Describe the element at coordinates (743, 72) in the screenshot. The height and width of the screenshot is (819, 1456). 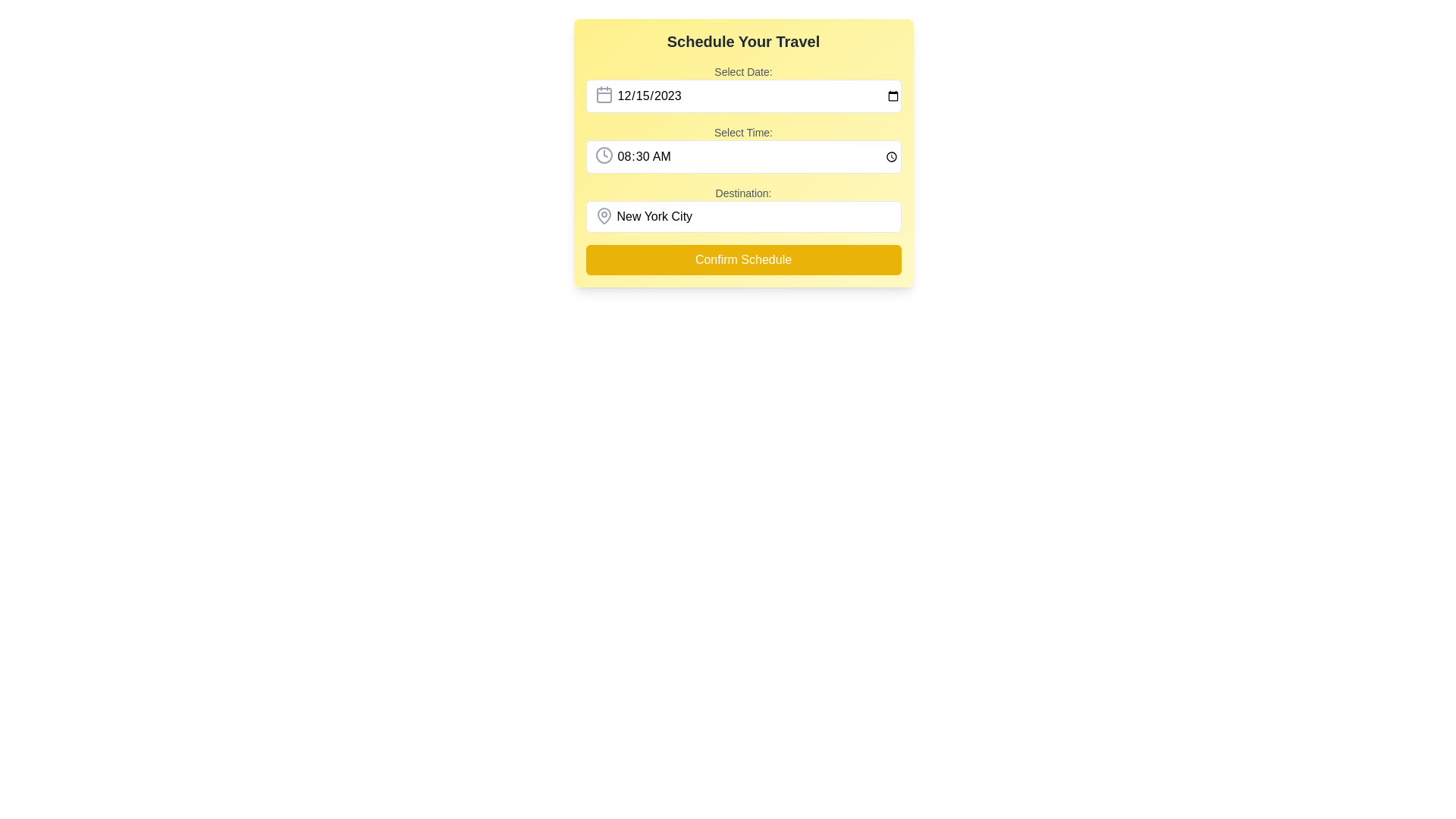
I see `the label that reads 'Select Date:' which is styled in a small, medium-weight font and is located at the top of the date input field within a yellow-themed scheduling widget` at that location.